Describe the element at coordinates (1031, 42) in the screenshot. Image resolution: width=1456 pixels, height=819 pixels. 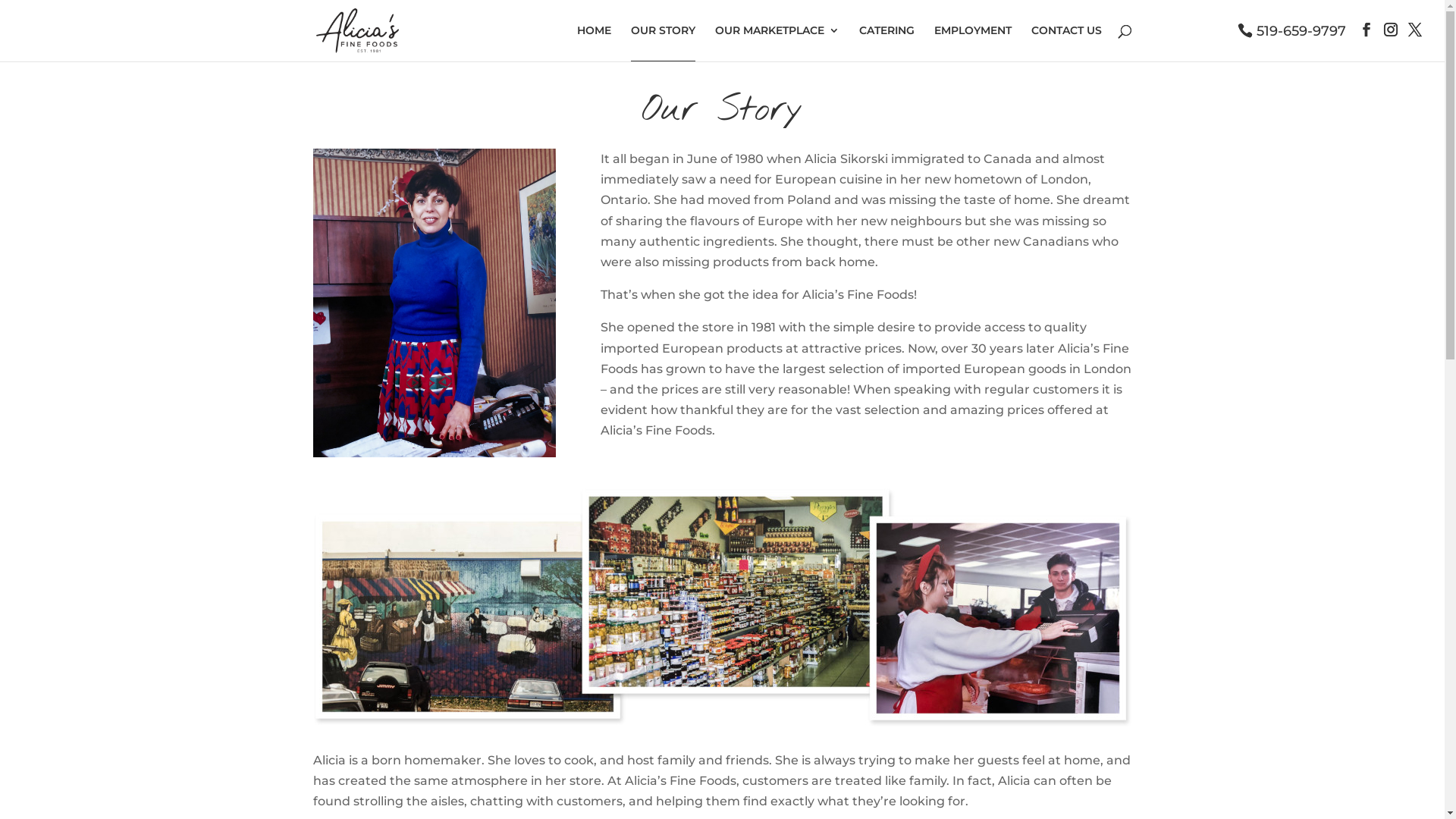
I see `'CONTACT US'` at that location.